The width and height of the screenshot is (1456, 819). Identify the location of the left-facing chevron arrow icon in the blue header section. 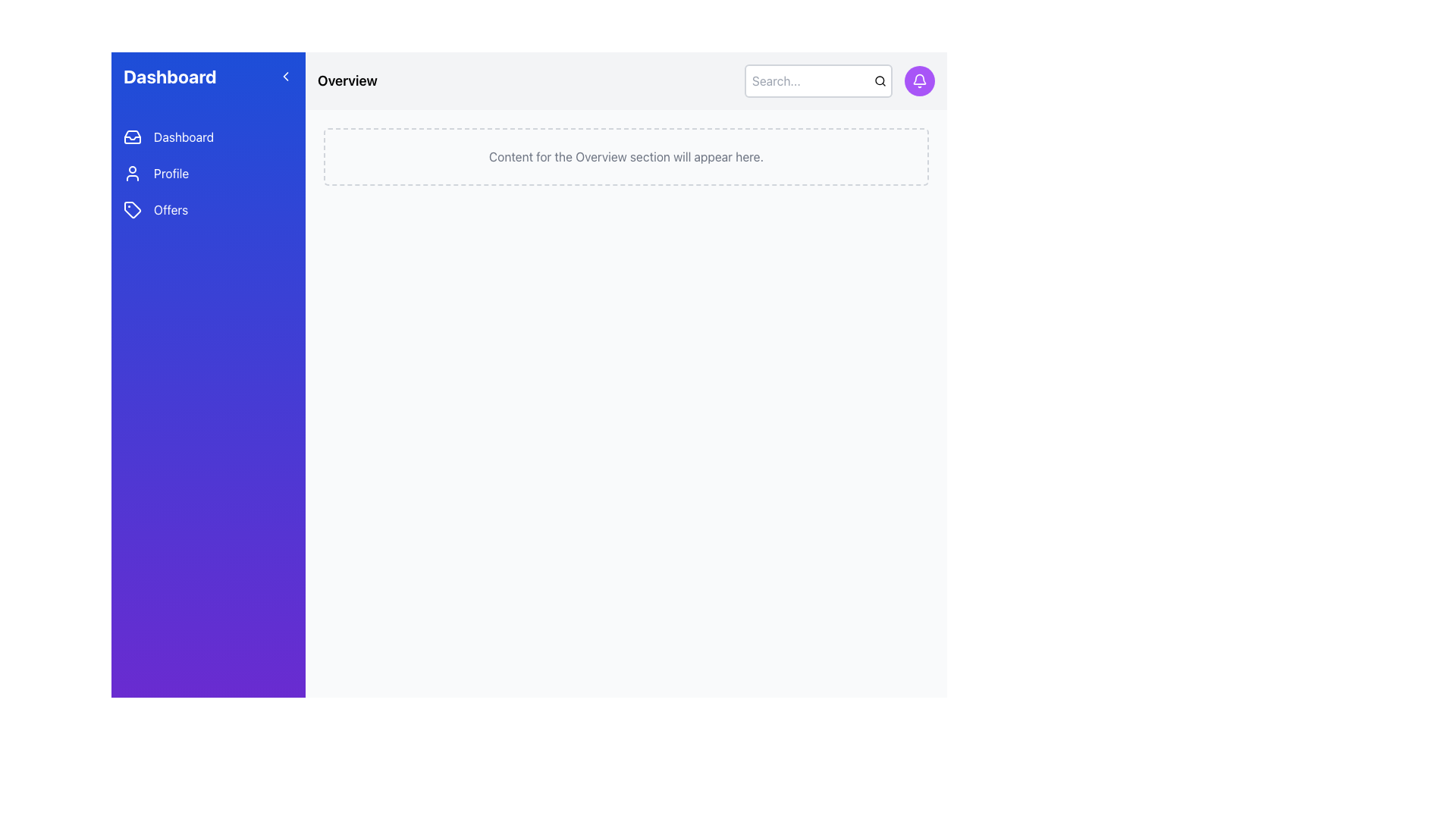
(286, 76).